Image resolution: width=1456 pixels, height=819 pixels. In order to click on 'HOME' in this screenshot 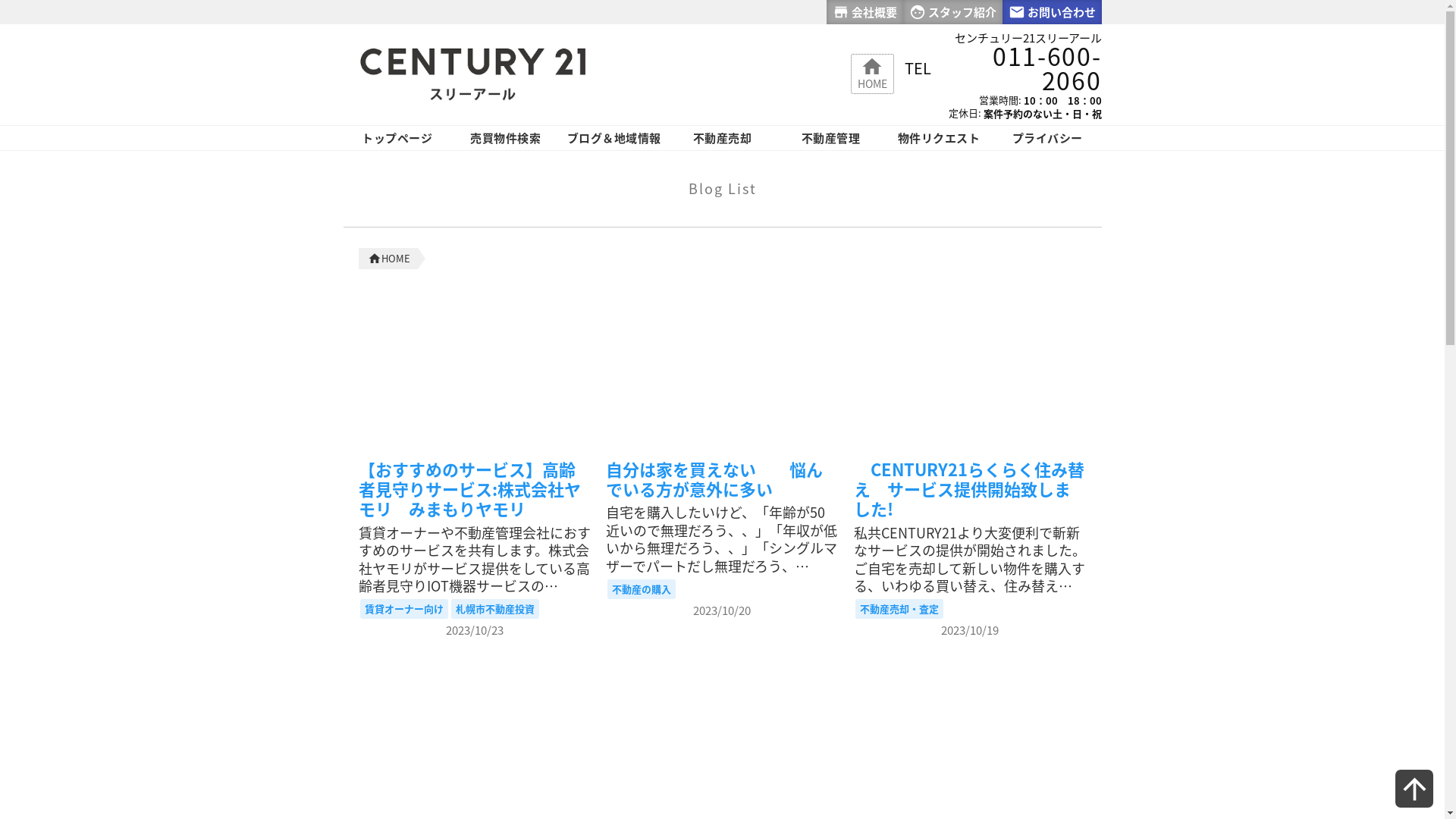, I will do `click(391, 257)`.